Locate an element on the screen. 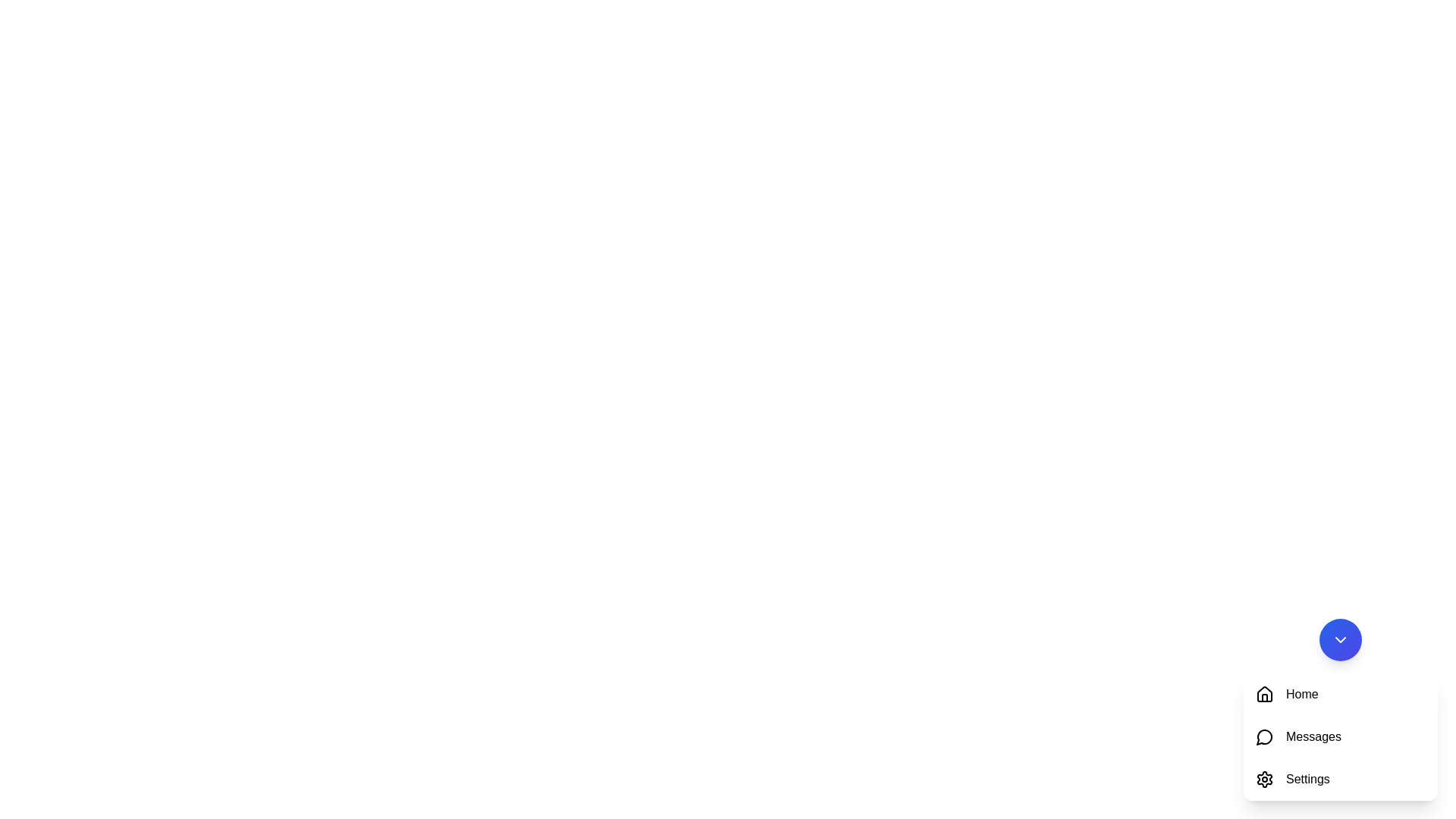 Image resolution: width=1456 pixels, height=819 pixels. the circular speech bubble icon in the navigation menu is located at coordinates (1264, 736).